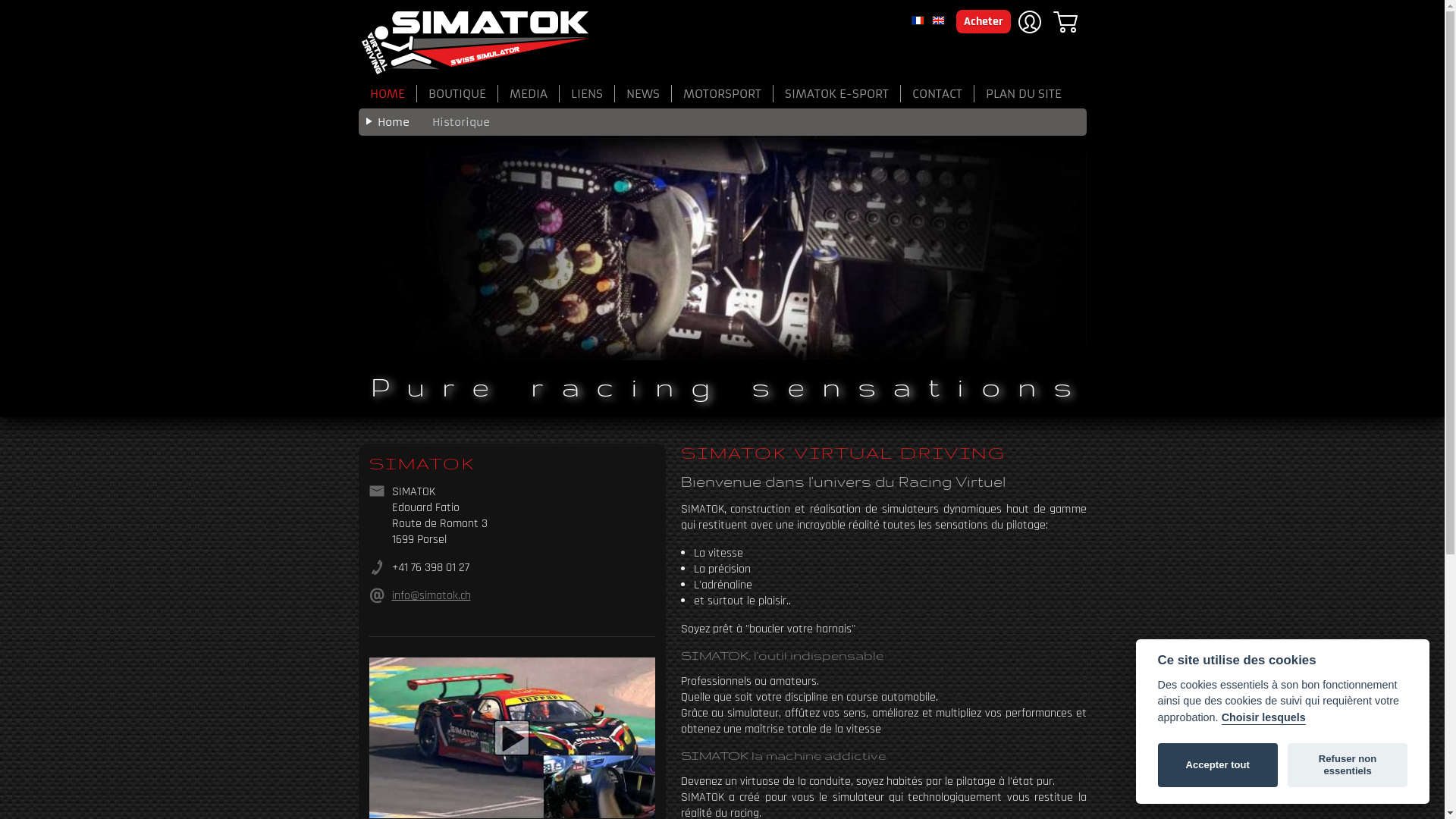  Describe the element at coordinates (642, 93) in the screenshot. I see `'NEWS'` at that location.